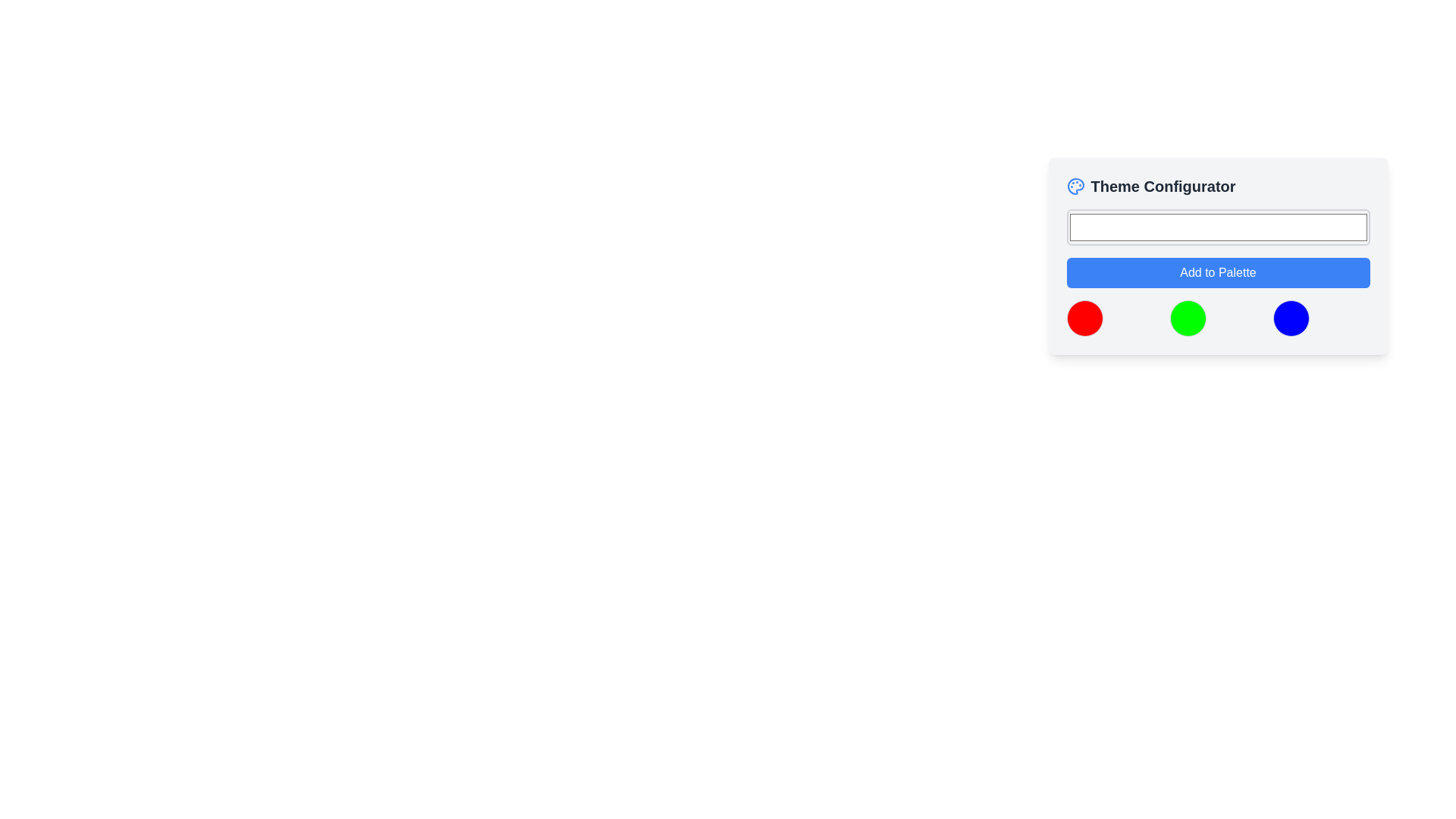 The width and height of the screenshot is (1456, 819). I want to click on the blue circular element with a light gray border, which is the third circle in a row of three within the 'Theme Configurator' panel, located below the 'Add to Palette' button, so click(1290, 318).